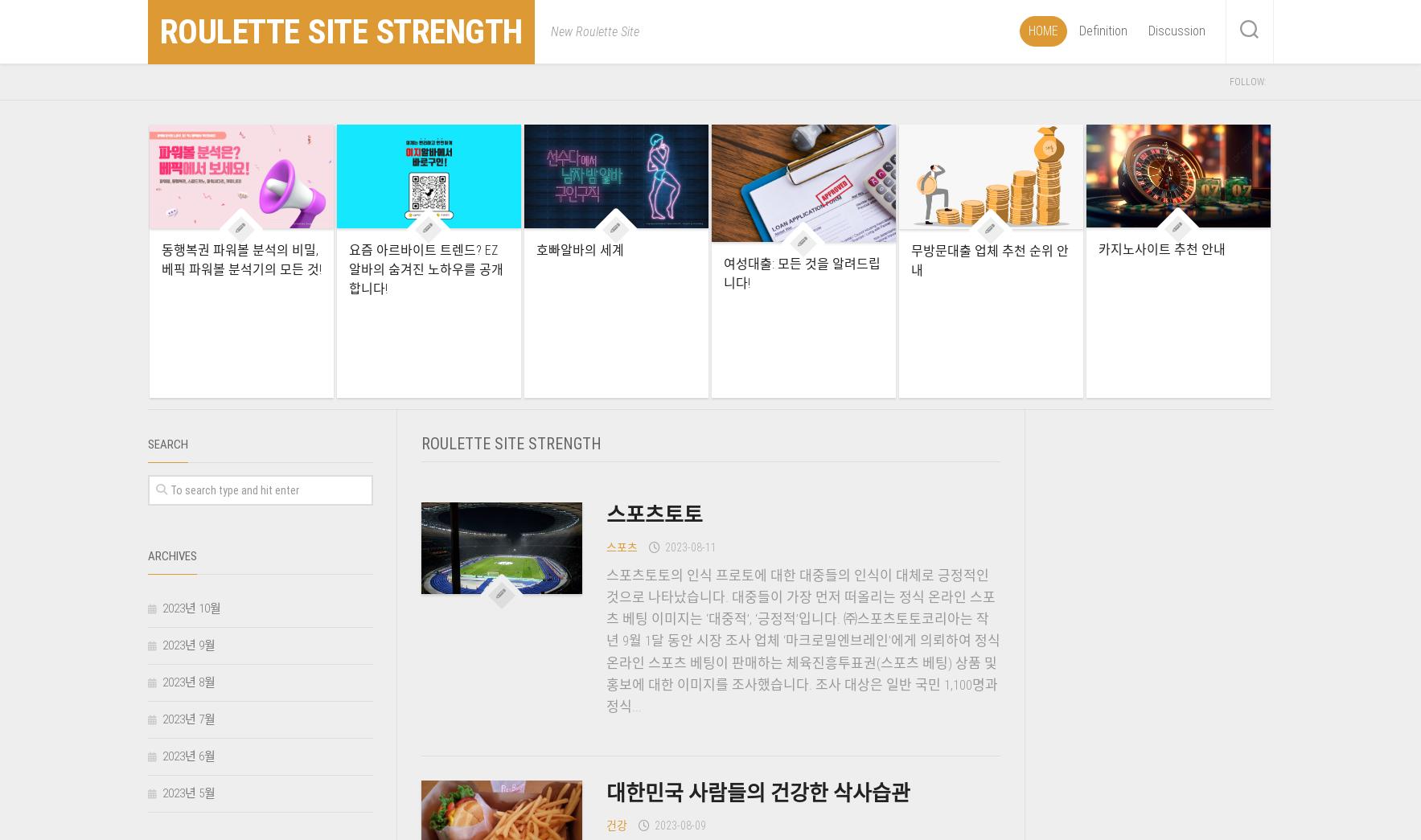 The height and width of the screenshot is (840, 1421). What do you see at coordinates (161, 793) in the screenshot?
I see `'2023년 5월'` at bounding box center [161, 793].